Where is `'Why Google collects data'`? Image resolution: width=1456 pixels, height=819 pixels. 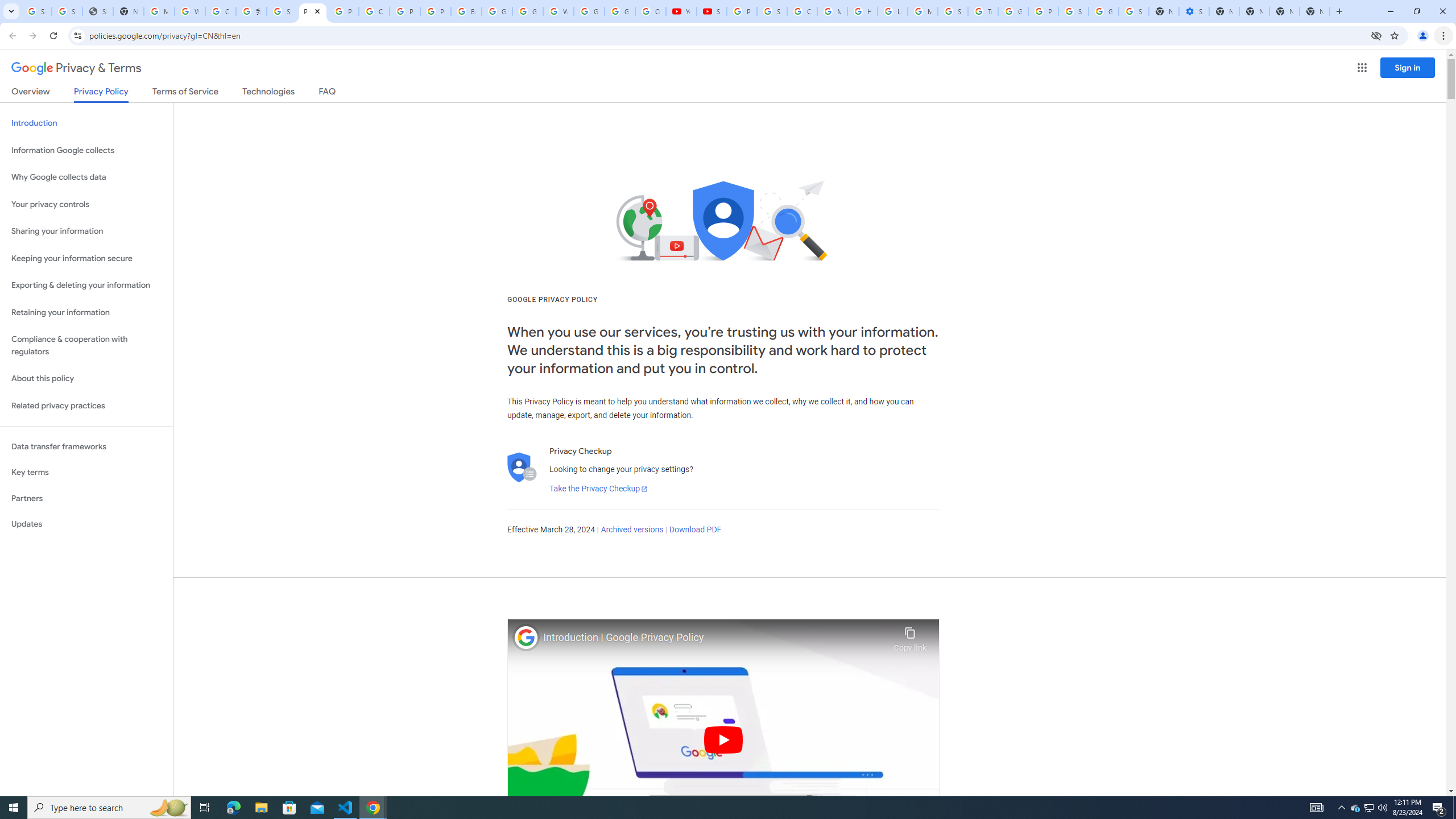 'Why Google collects data' is located at coordinates (86, 176).